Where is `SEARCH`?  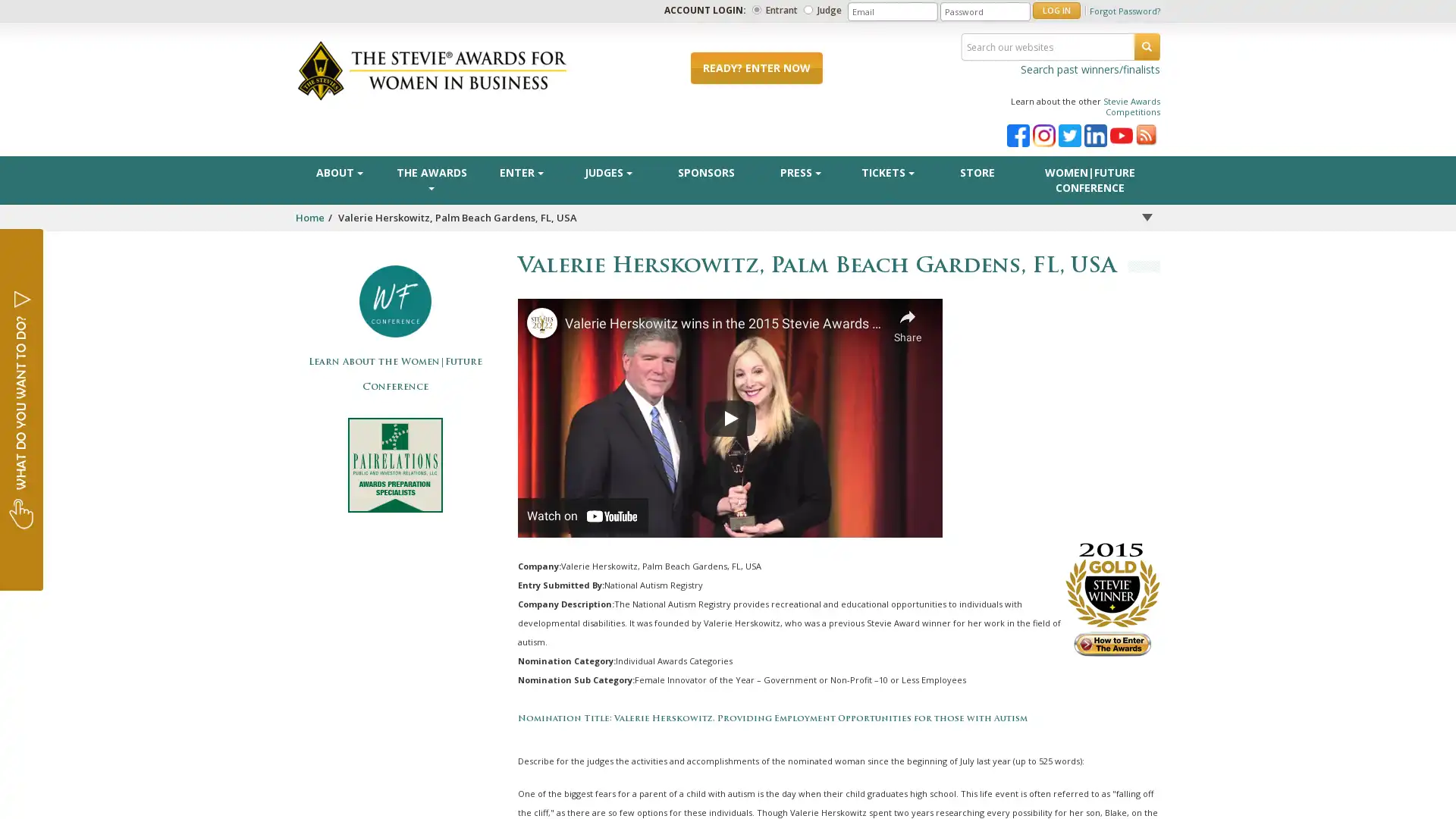
SEARCH is located at coordinates (1147, 45).